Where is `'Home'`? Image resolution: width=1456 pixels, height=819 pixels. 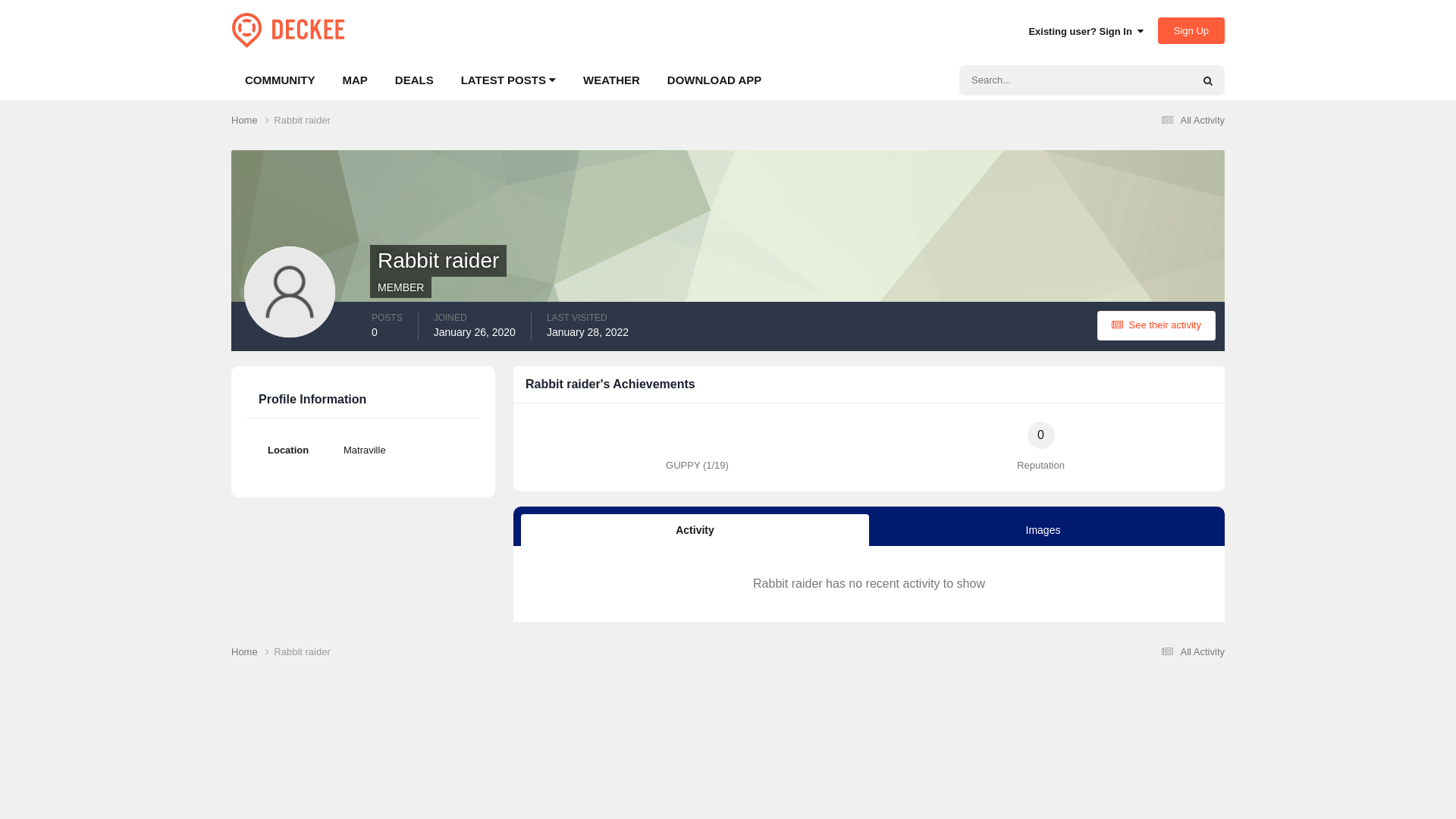 'Home' is located at coordinates (252, 119).